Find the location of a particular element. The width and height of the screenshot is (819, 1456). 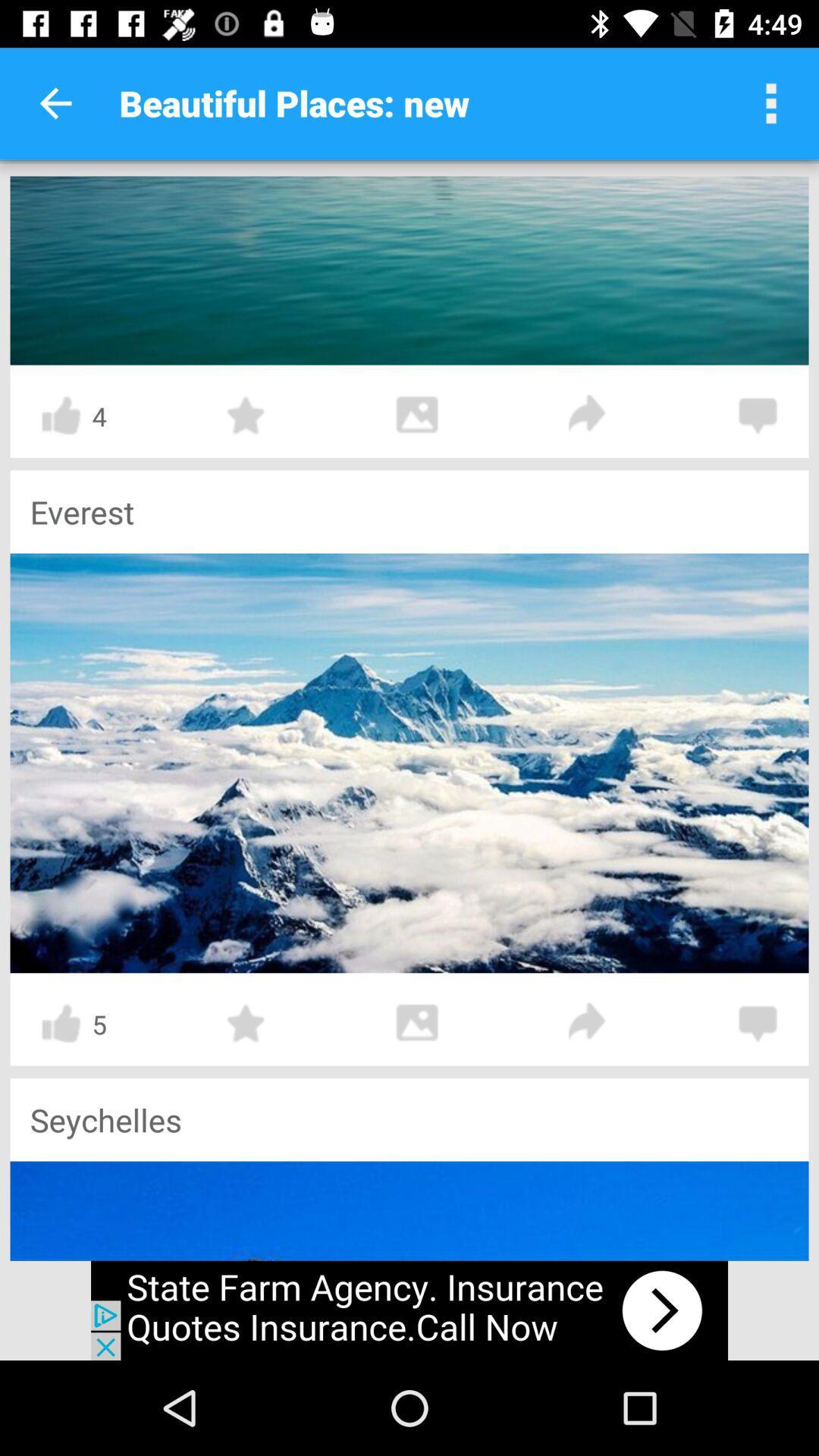

like is located at coordinates (60, 416).